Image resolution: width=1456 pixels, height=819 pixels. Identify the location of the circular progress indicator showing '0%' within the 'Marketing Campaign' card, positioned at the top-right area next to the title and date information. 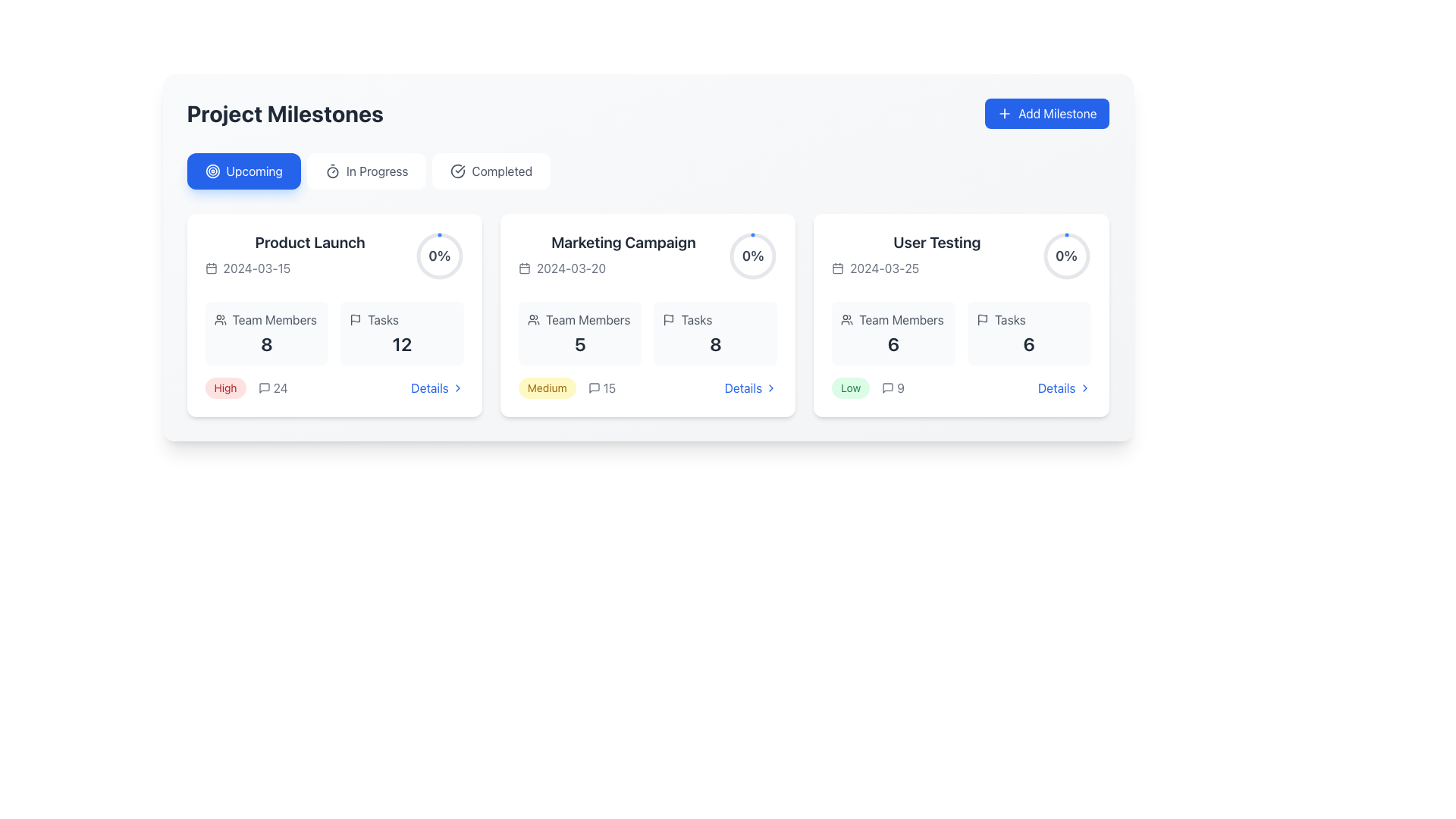
(753, 256).